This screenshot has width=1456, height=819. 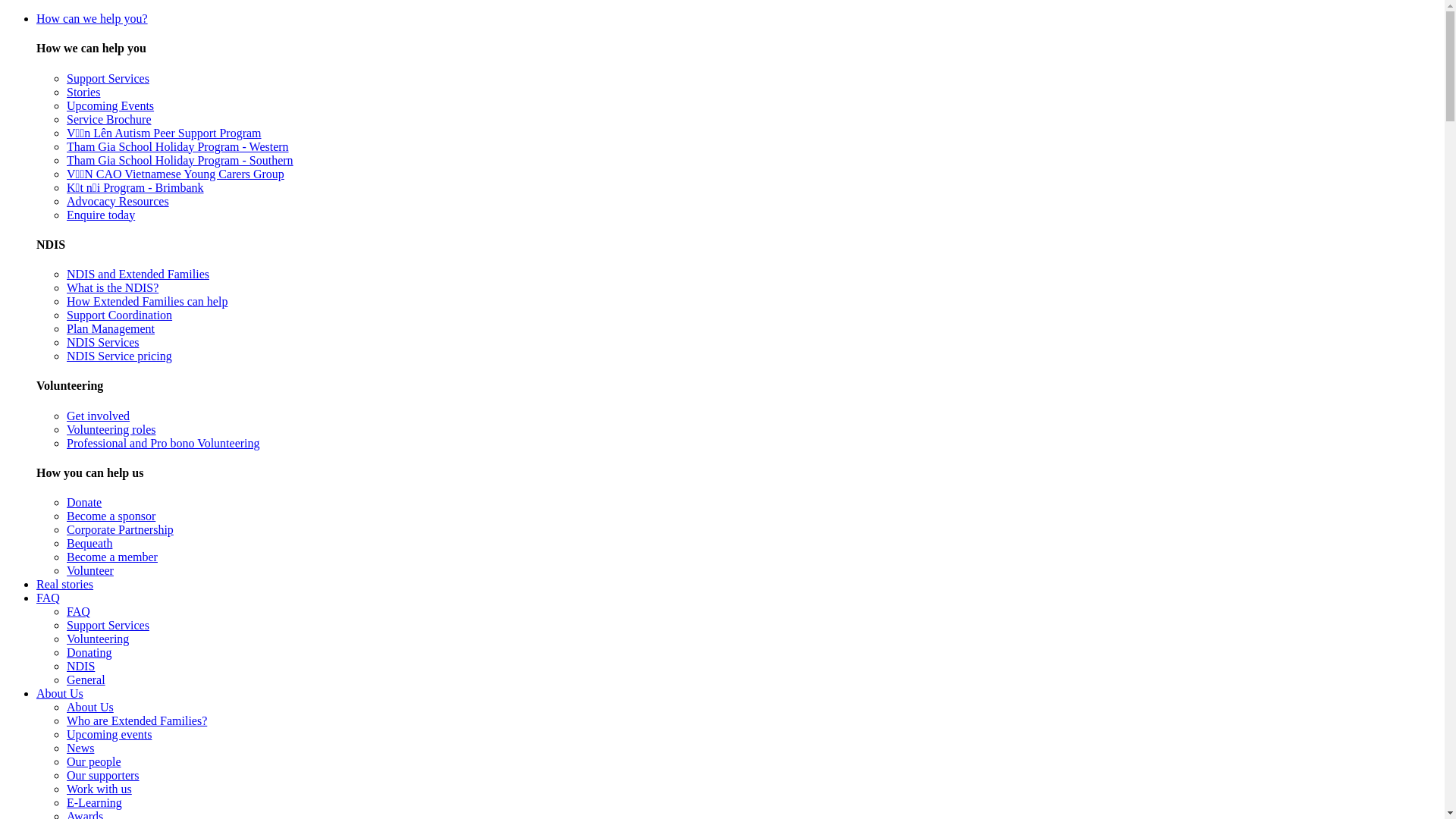 What do you see at coordinates (83, 92) in the screenshot?
I see `'Stories'` at bounding box center [83, 92].